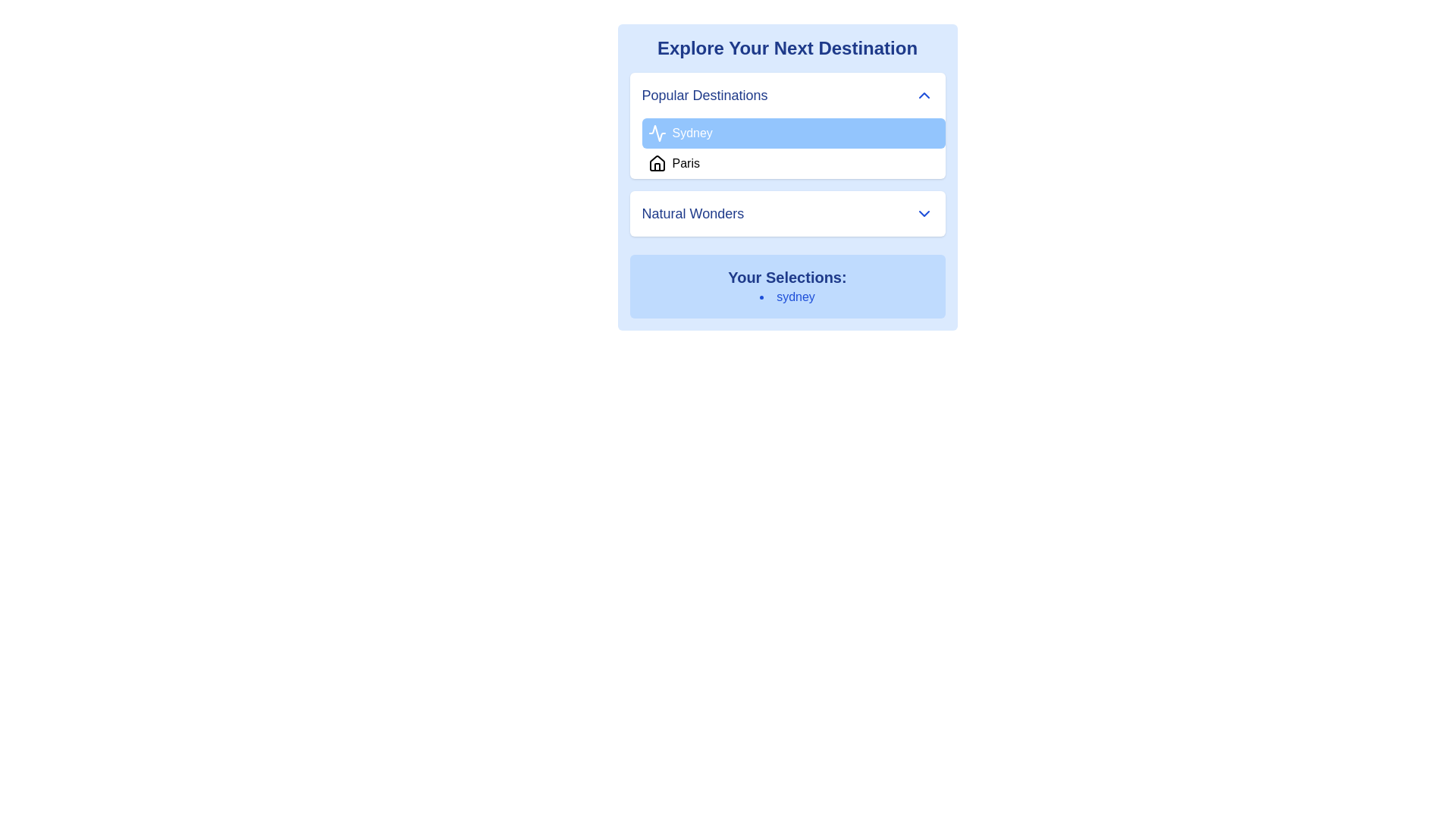  What do you see at coordinates (685, 164) in the screenshot?
I see `the text label displaying 'Paris' which is located next to a house icon in the 'Popular Destinations' section` at bounding box center [685, 164].